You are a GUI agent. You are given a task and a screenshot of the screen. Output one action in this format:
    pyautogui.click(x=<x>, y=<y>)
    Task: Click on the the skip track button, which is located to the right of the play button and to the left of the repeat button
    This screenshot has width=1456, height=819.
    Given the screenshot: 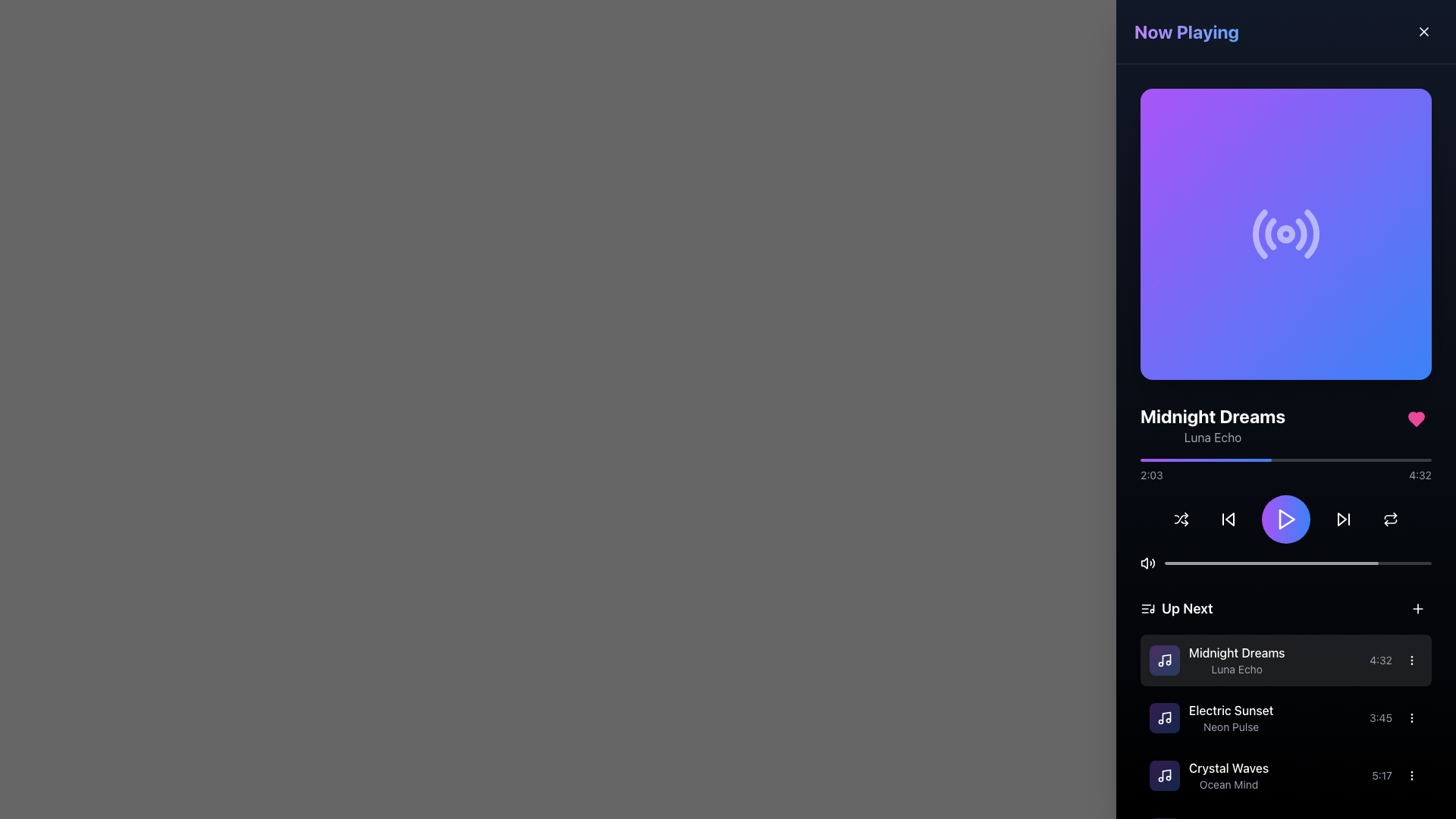 What is the action you would take?
    pyautogui.click(x=1342, y=519)
    